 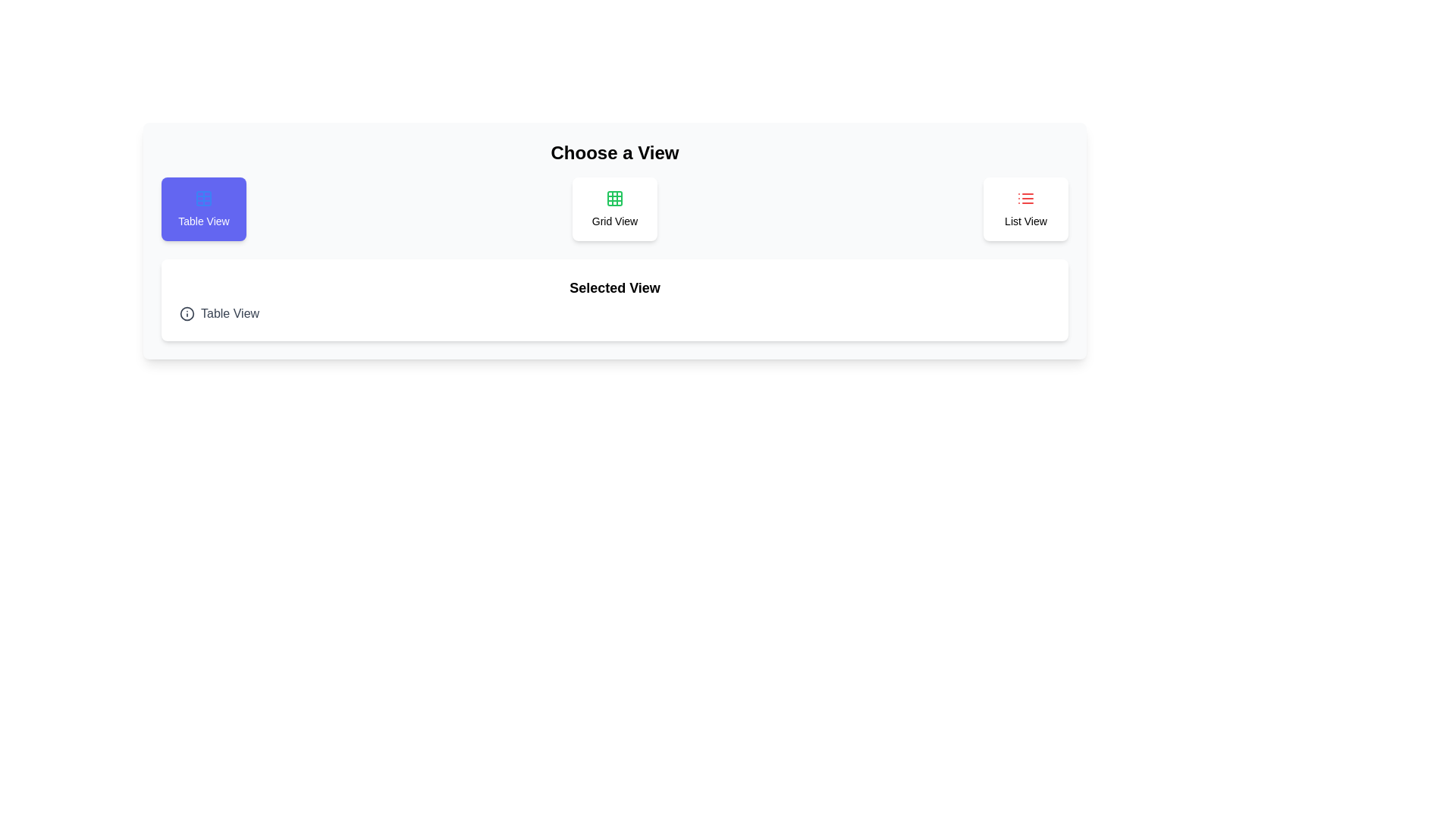 What do you see at coordinates (615, 209) in the screenshot?
I see `the 'Grid View' button located centrally under the heading 'Choose a View', which is the second item in a row of three options between 'Table View' and 'List View'` at bounding box center [615, 209].